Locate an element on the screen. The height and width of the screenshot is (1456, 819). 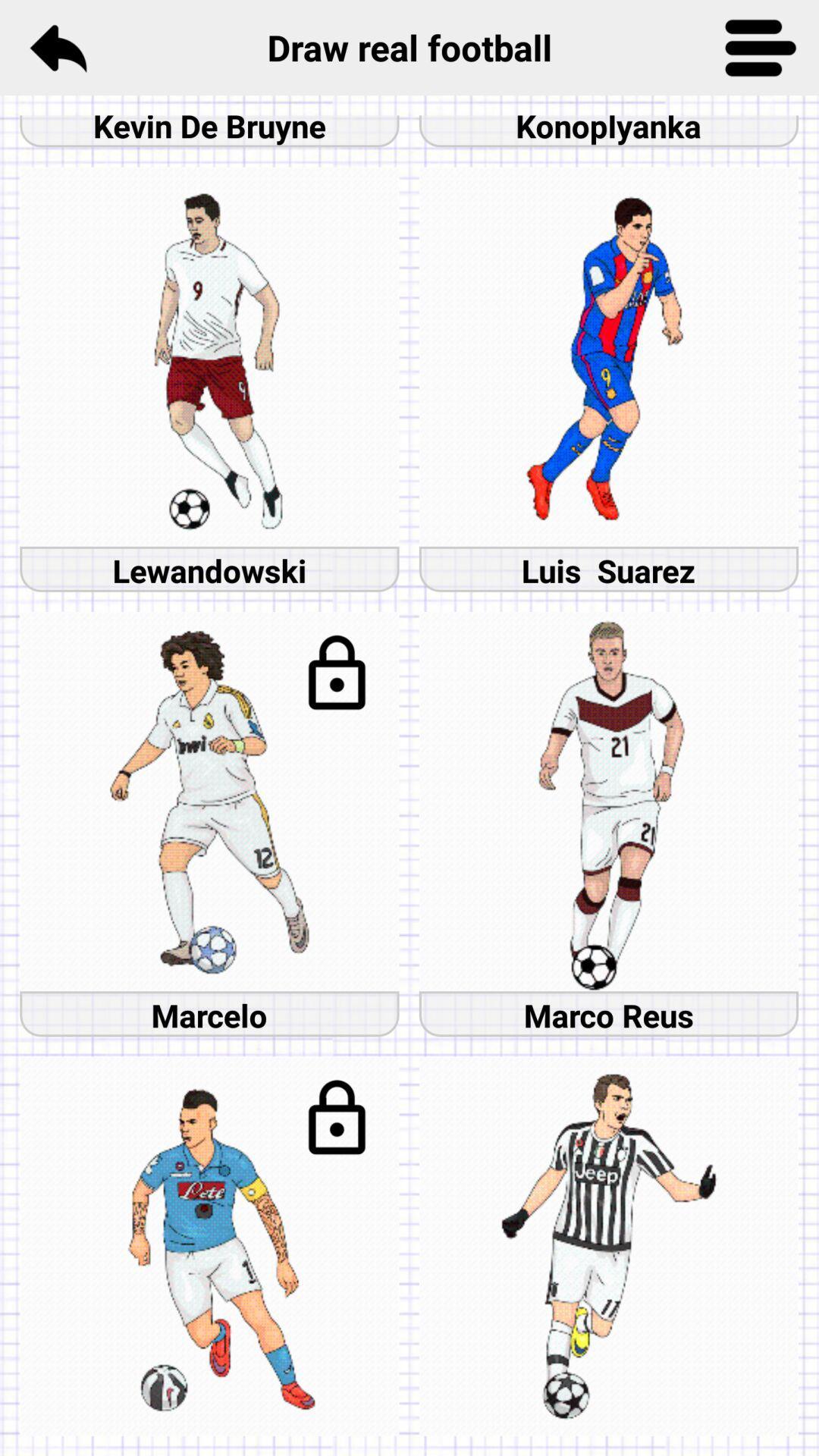
go back is located at coordinates (57, 47).